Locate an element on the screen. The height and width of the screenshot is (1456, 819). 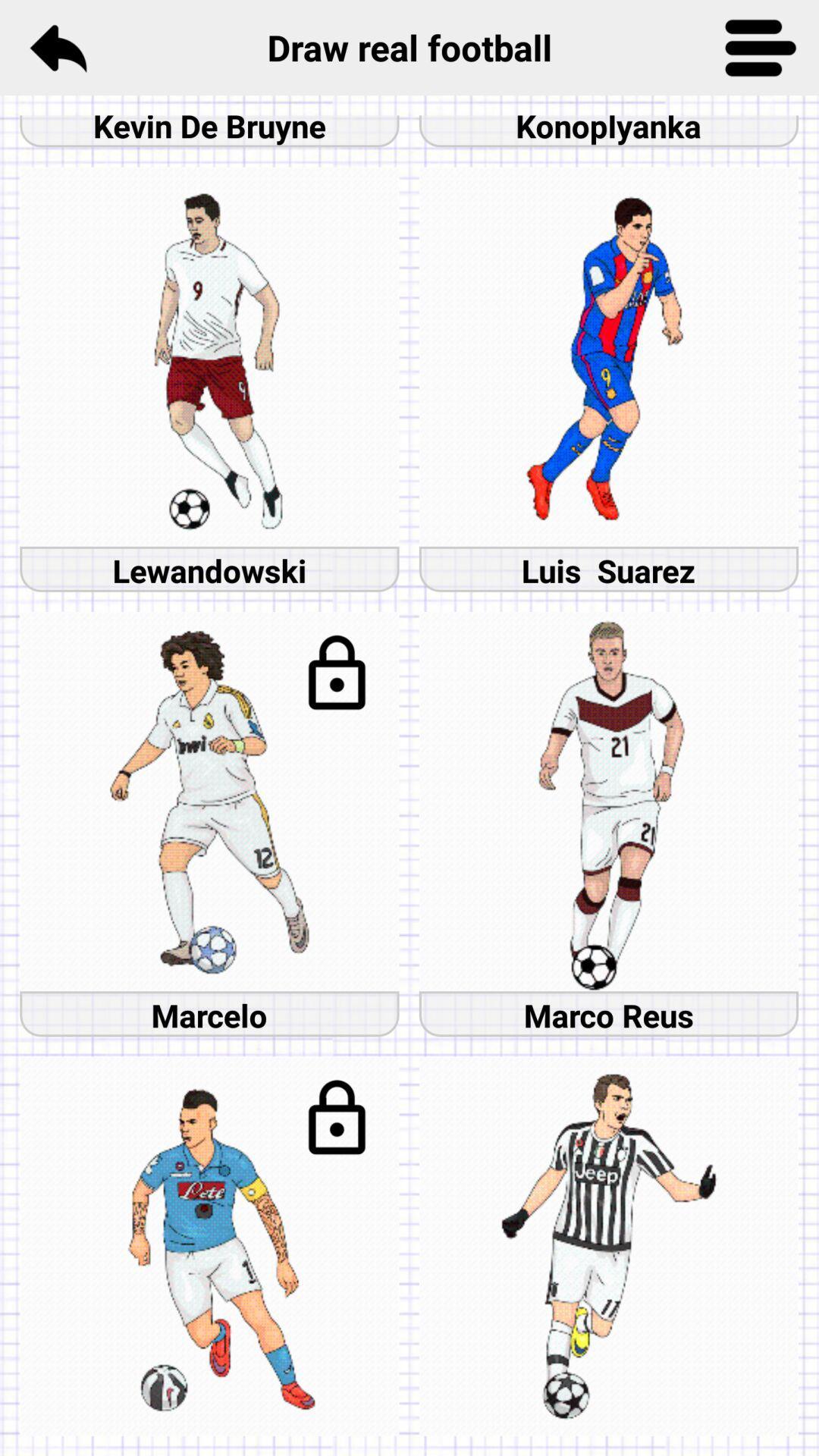
go back is located at coordinates (57, 47).